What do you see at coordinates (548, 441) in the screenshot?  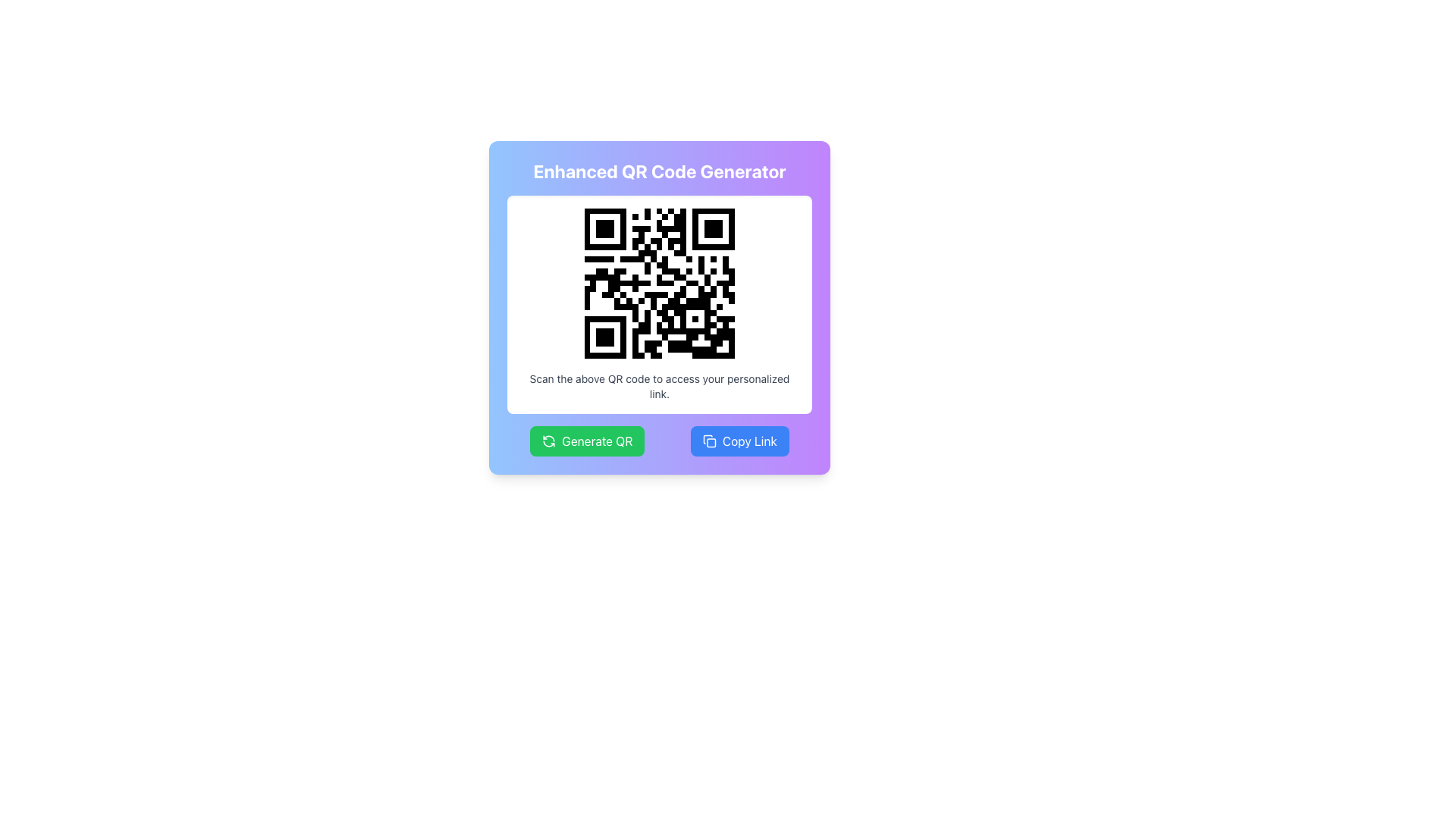 I see `the icon inside the green 'Generate QR' button, which indicates the action to reload or regenerate the QR code` at bounding box center [548, 441].